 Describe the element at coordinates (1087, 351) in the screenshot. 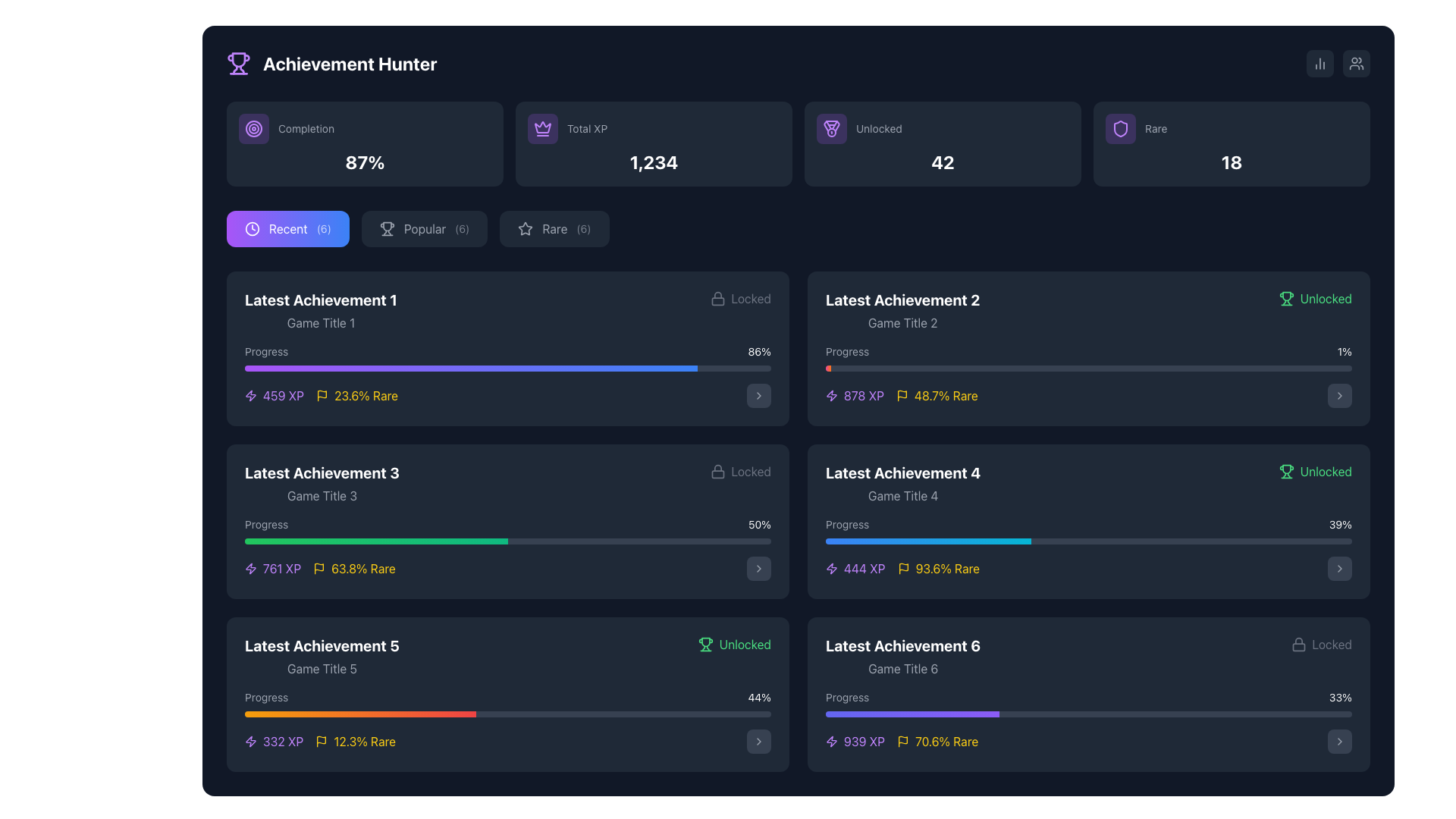

I see `textual information displayed in the 'Latest Achievement 2' section, specifically the segments 'Progress' in gray and '1%' in white` at that location.